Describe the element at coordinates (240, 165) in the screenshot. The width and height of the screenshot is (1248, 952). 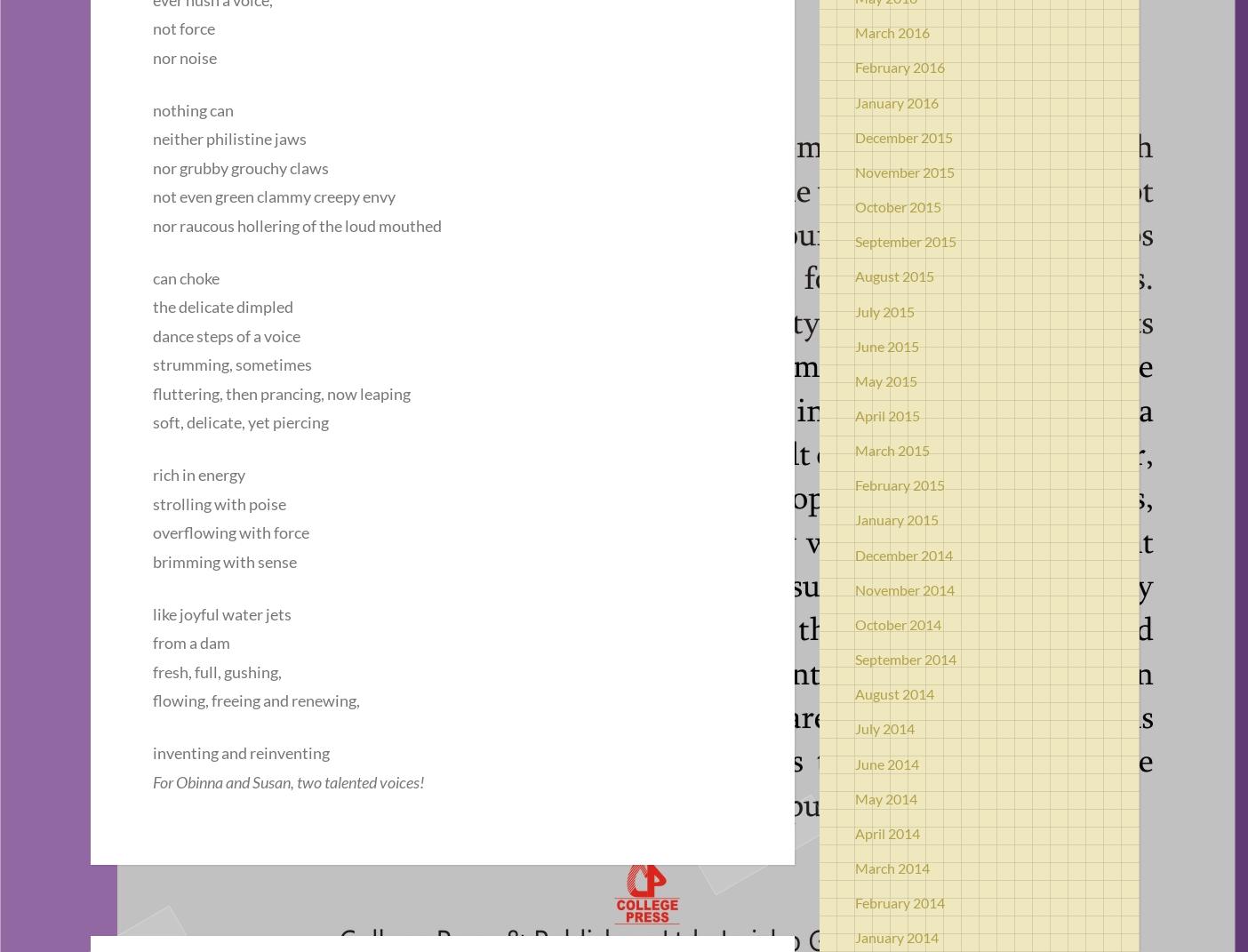
I see `'nor grubby grouchy claws'` at that location.